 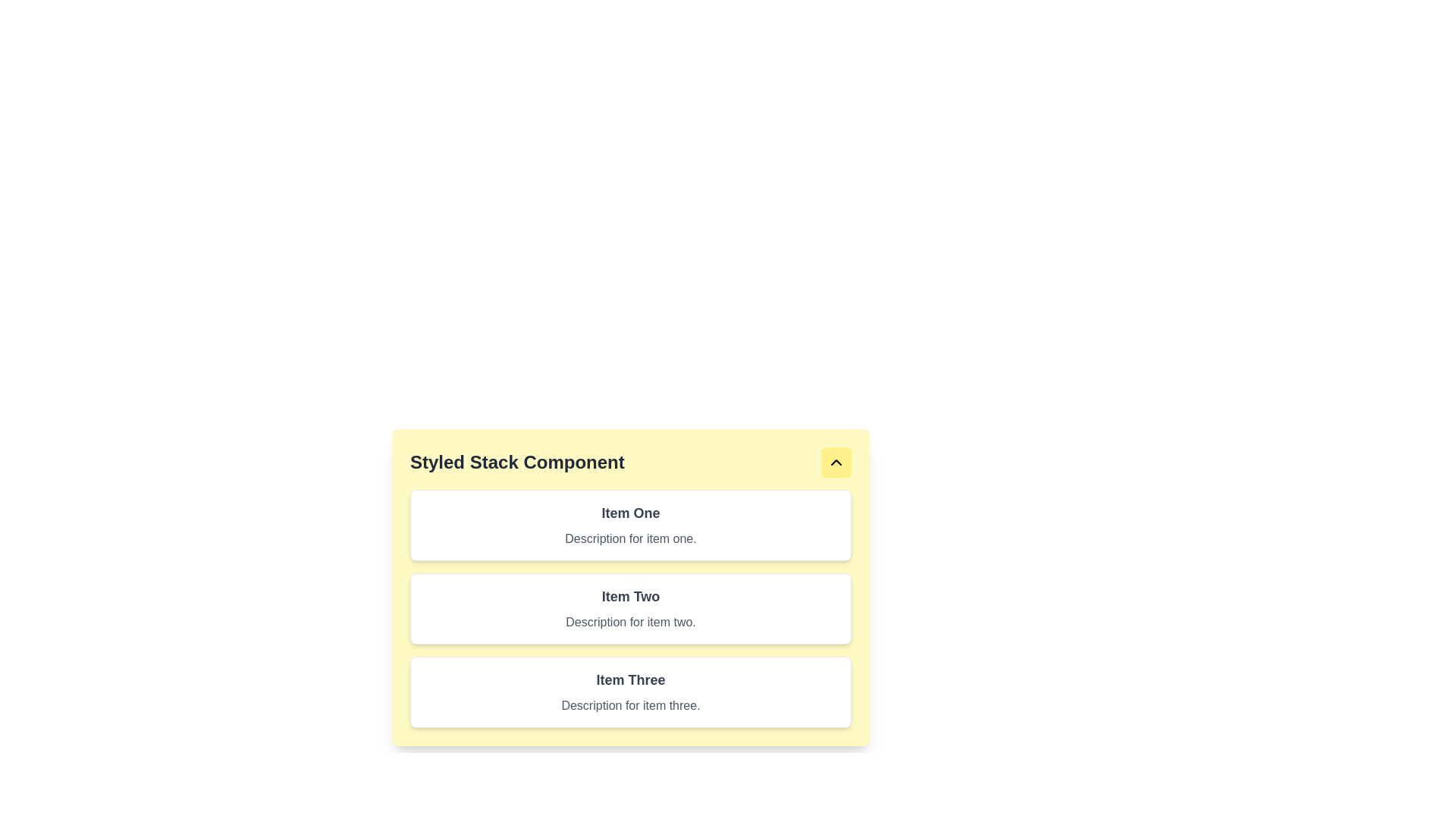 What do you see at coordinates (517, 461) in the screenshot?
I see `the 'Styled Stack Component' text label, which is styled with a large, bold font and dark gray color, located within a yellow background area` at bounding box center [517, 461].